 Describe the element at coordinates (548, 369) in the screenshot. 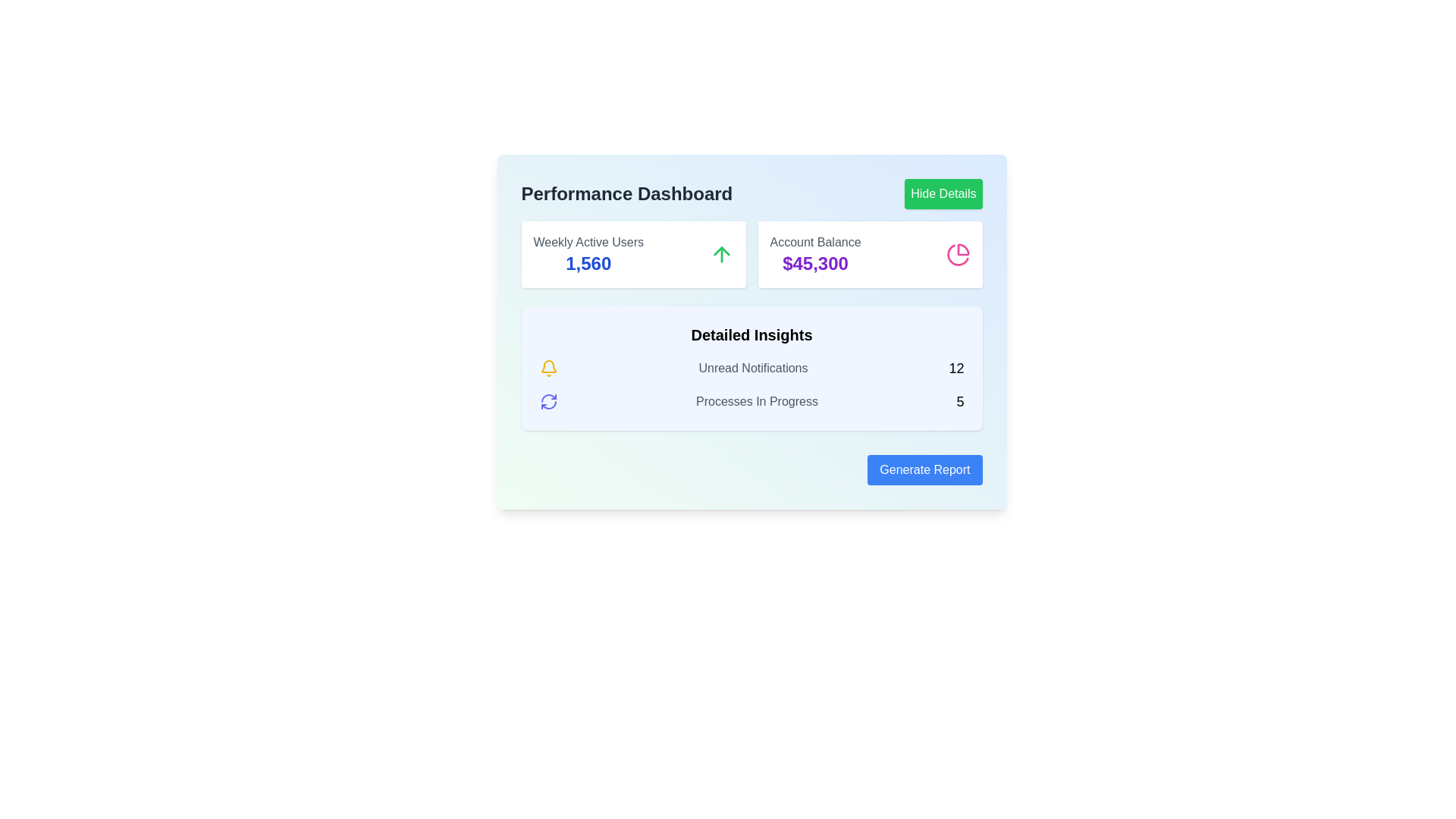

I see `the yellow bell icon representing notifications, located next to the text 'Unread Notifications' and to the left of the number '12'` at that location.